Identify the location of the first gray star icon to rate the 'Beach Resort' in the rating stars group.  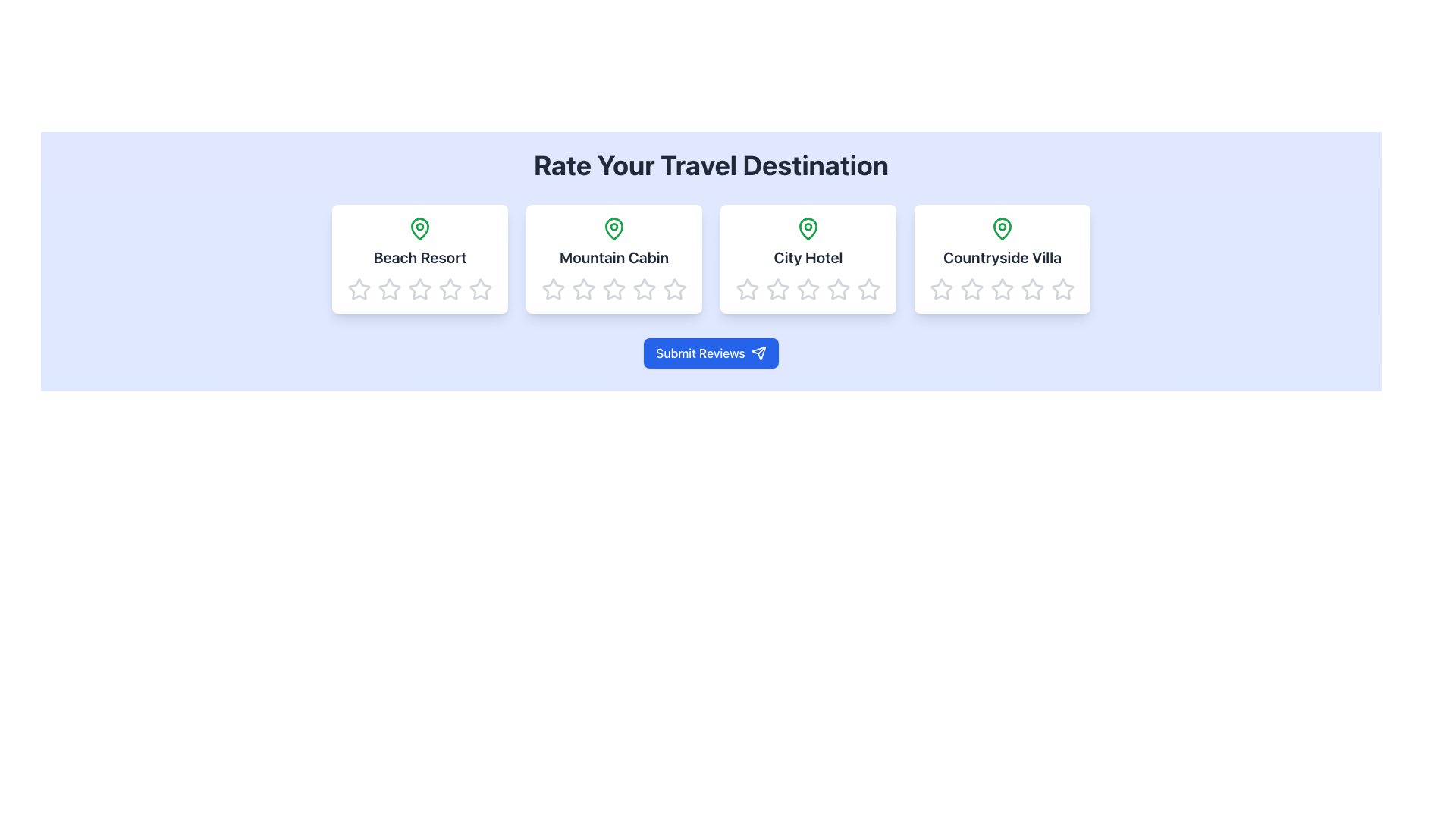
(389, 289).